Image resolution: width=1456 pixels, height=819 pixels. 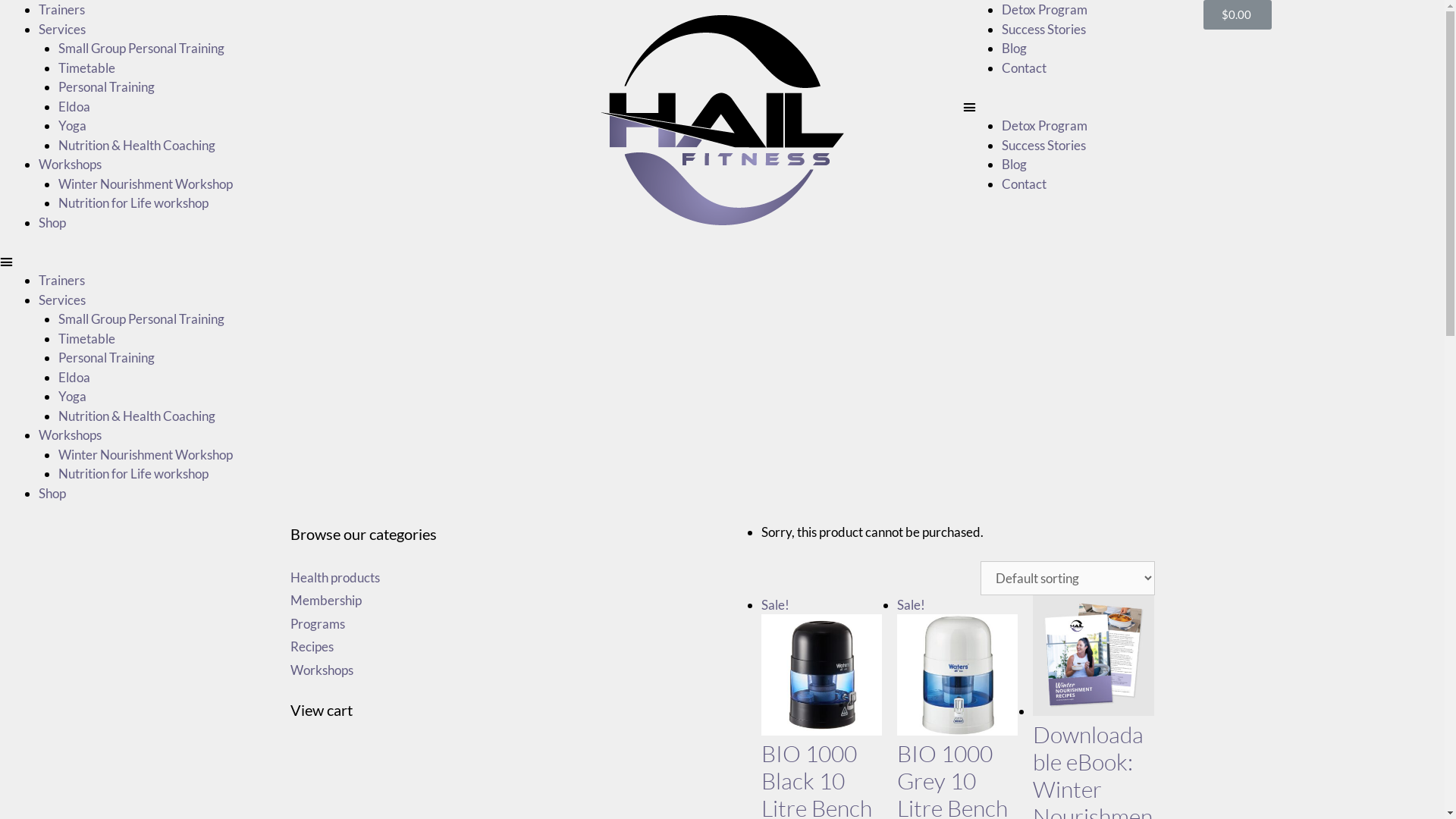 What do you see at coordinates (324, 599) in the screenshot?
I see `'Membership'` at bounding box center [324, 599].